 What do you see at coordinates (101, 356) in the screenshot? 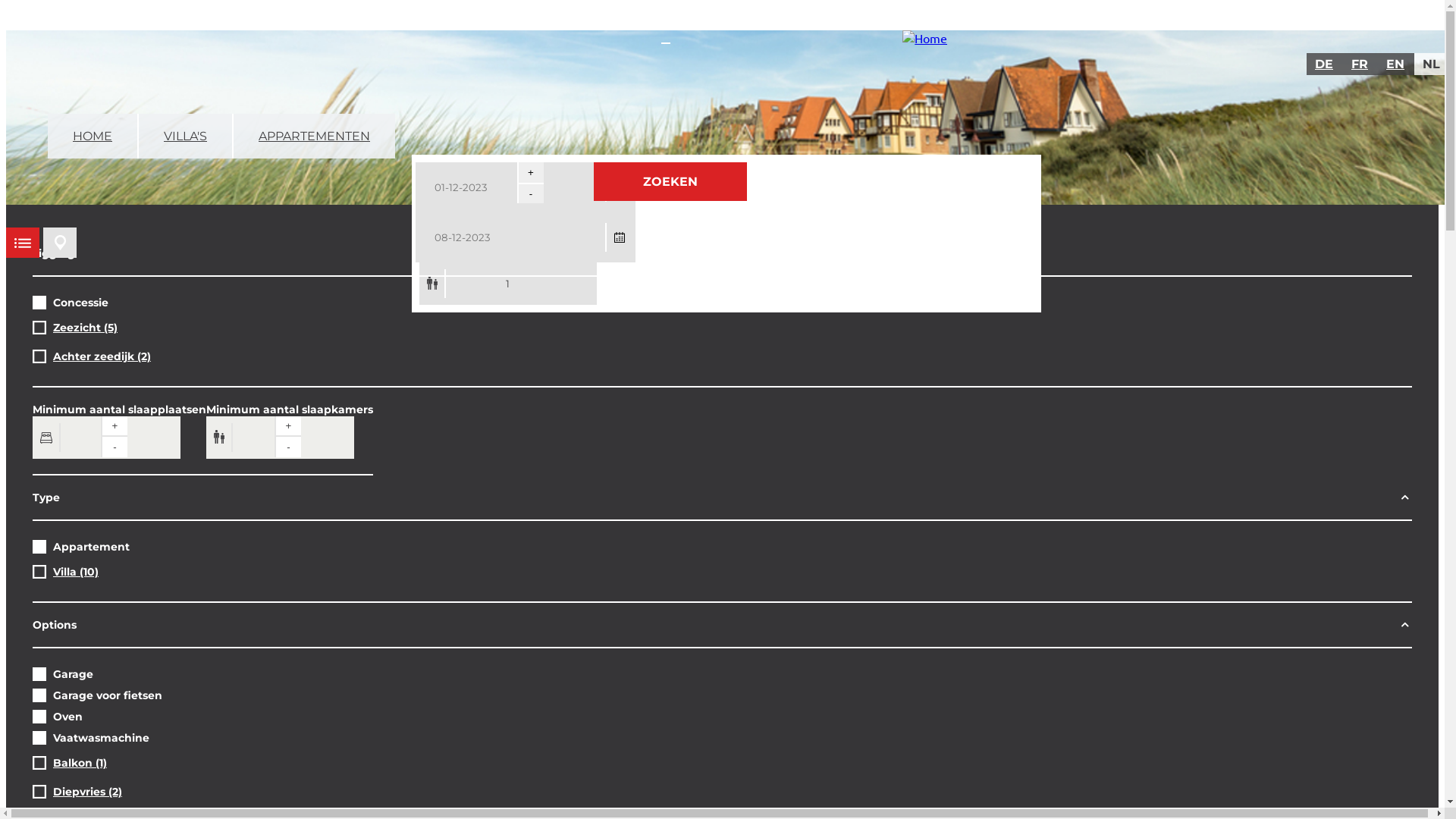
I see `'Achter zeedijk (2)` at bounding box center [101, 356].